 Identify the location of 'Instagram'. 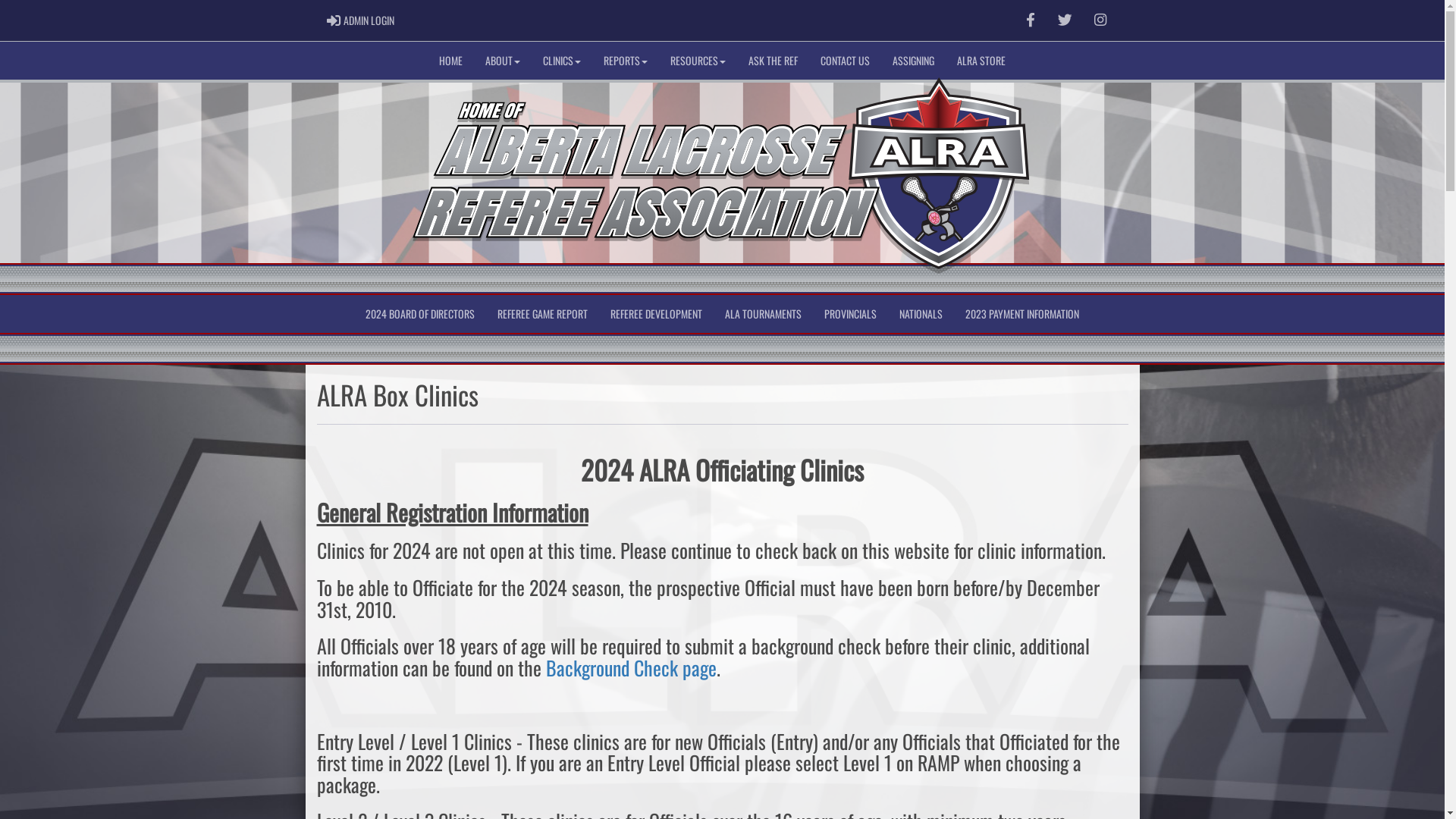
(1100, 20).